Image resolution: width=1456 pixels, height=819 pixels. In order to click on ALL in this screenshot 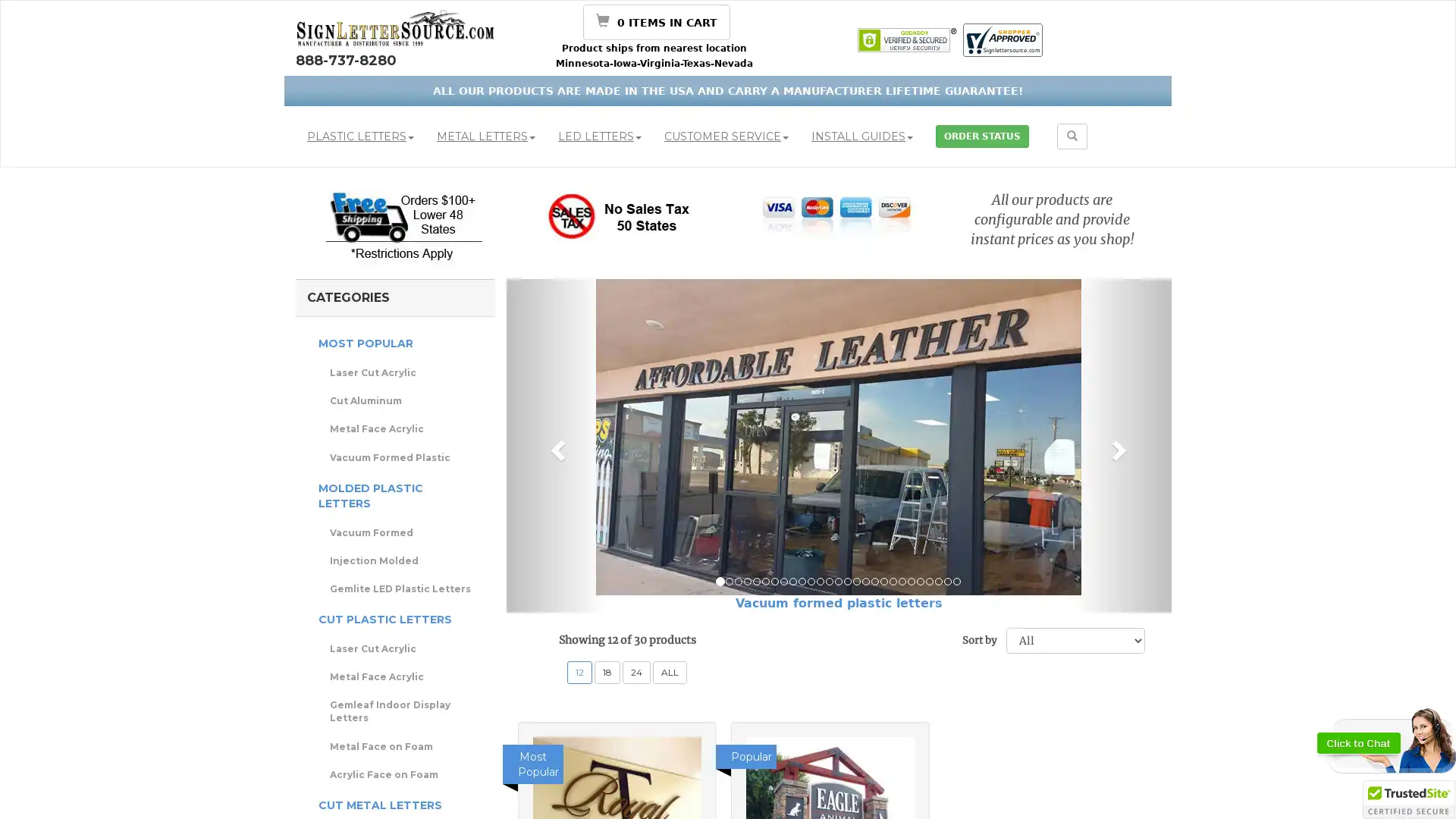, I will do `click(669, 672)`.